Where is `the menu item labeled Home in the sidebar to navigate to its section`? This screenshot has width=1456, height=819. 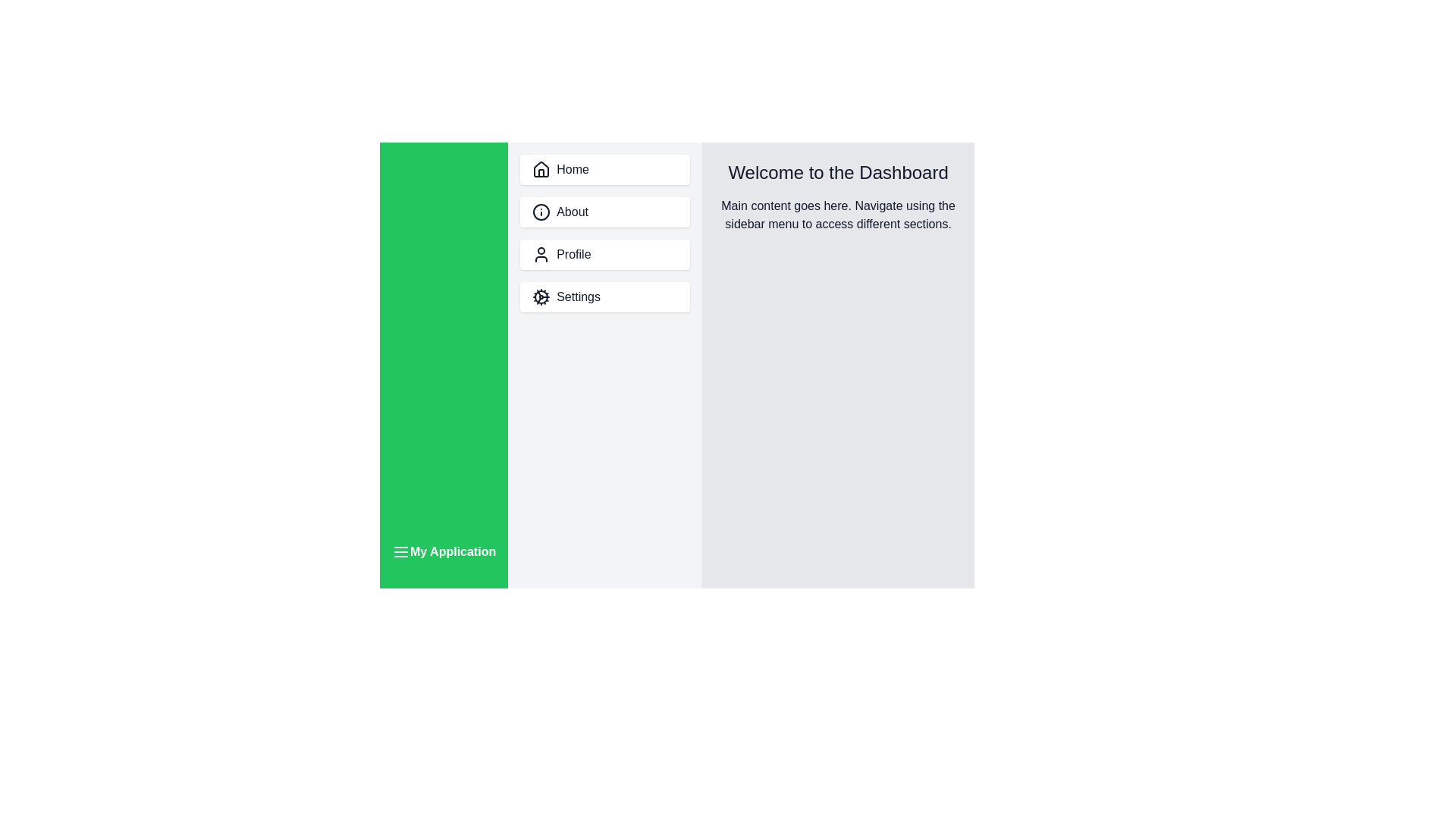
the menu item labeled Home in the sidebar to navigate to its section is located at coordinates (604, 169).